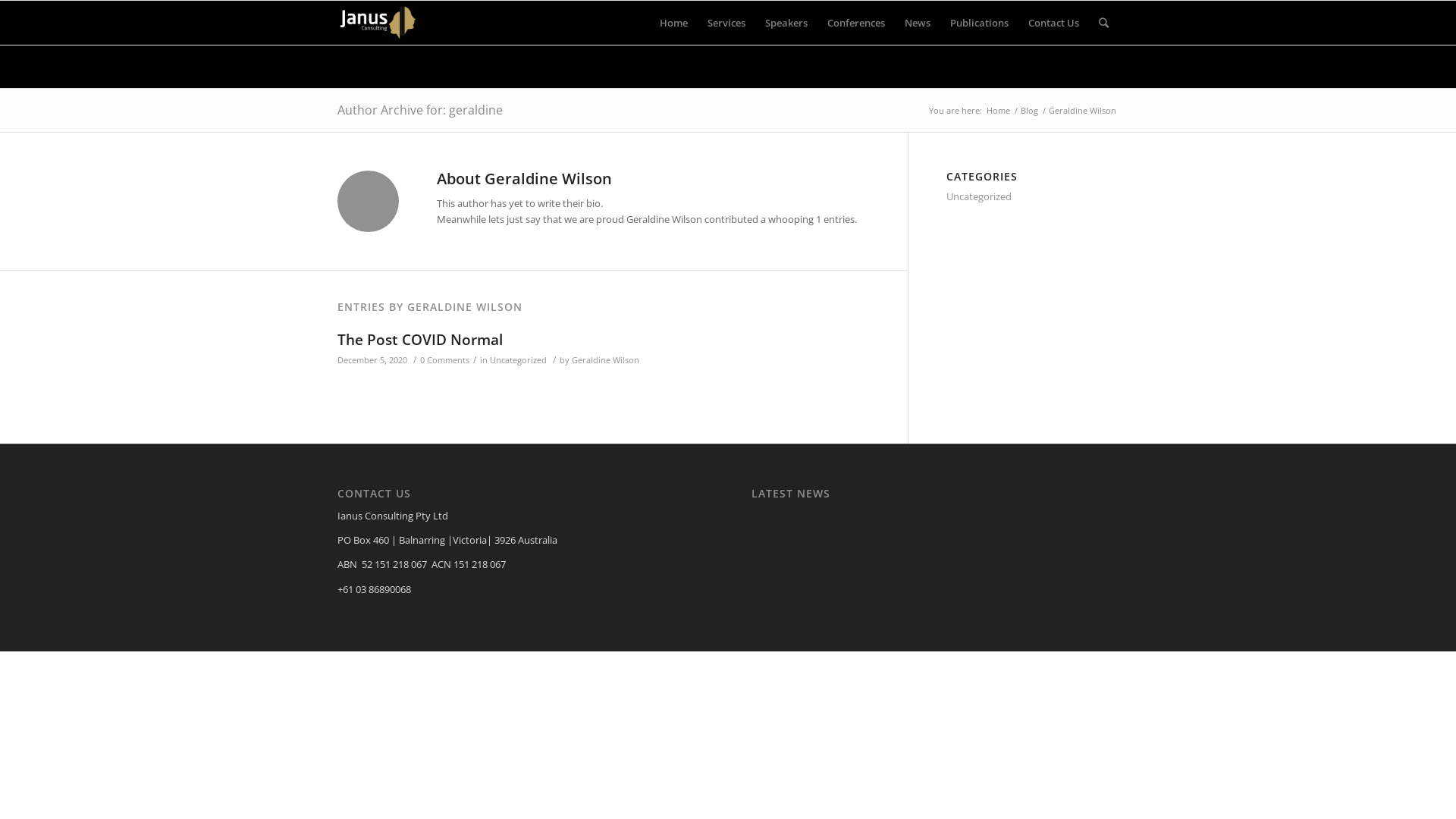 Image resolution: width=1456 pixels, height=819 pixels. I want to click on 'Home', so click(673, 23).